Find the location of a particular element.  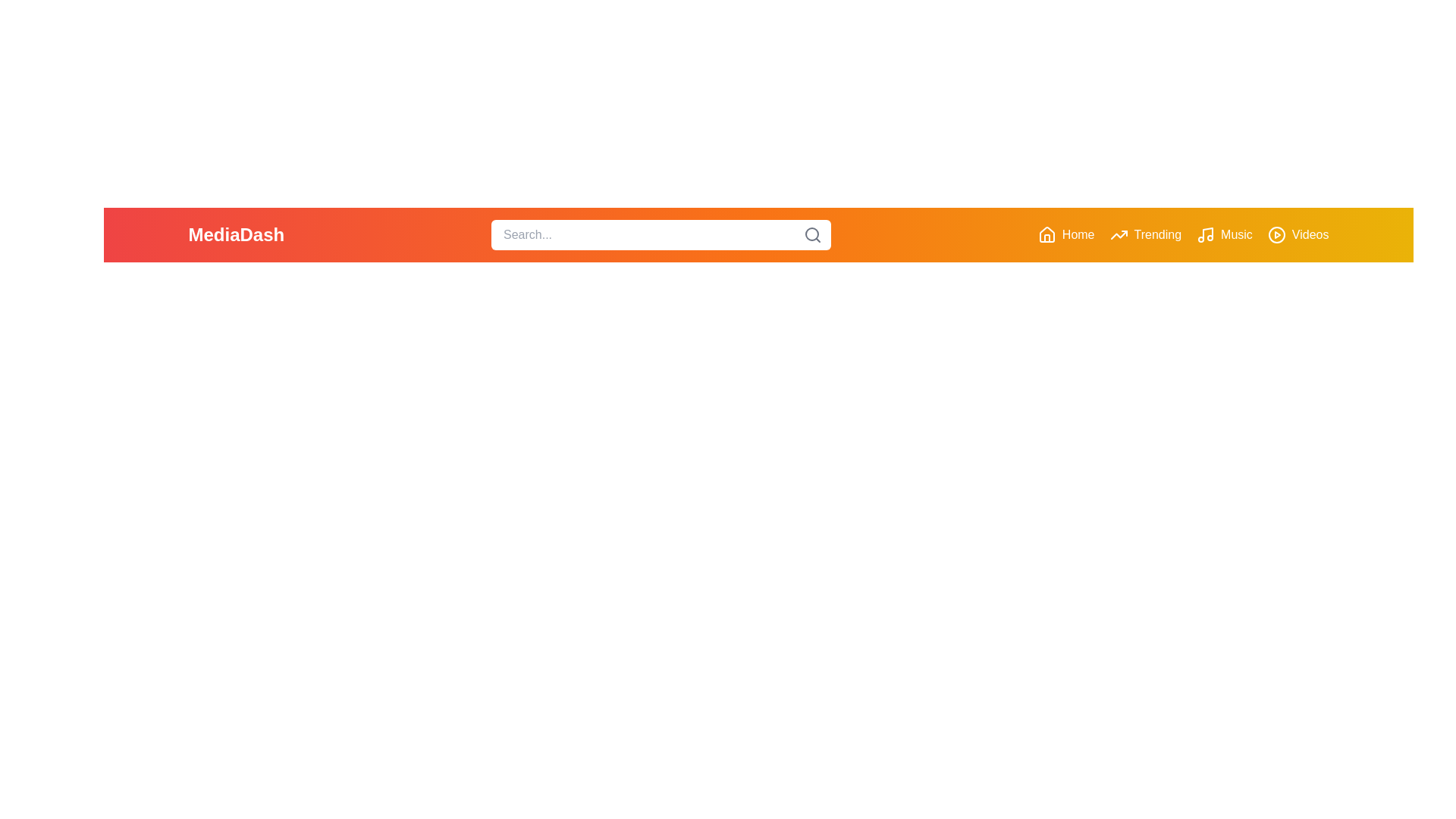

the Trending button in the navigation bar is located at coordinates (1145, 234).